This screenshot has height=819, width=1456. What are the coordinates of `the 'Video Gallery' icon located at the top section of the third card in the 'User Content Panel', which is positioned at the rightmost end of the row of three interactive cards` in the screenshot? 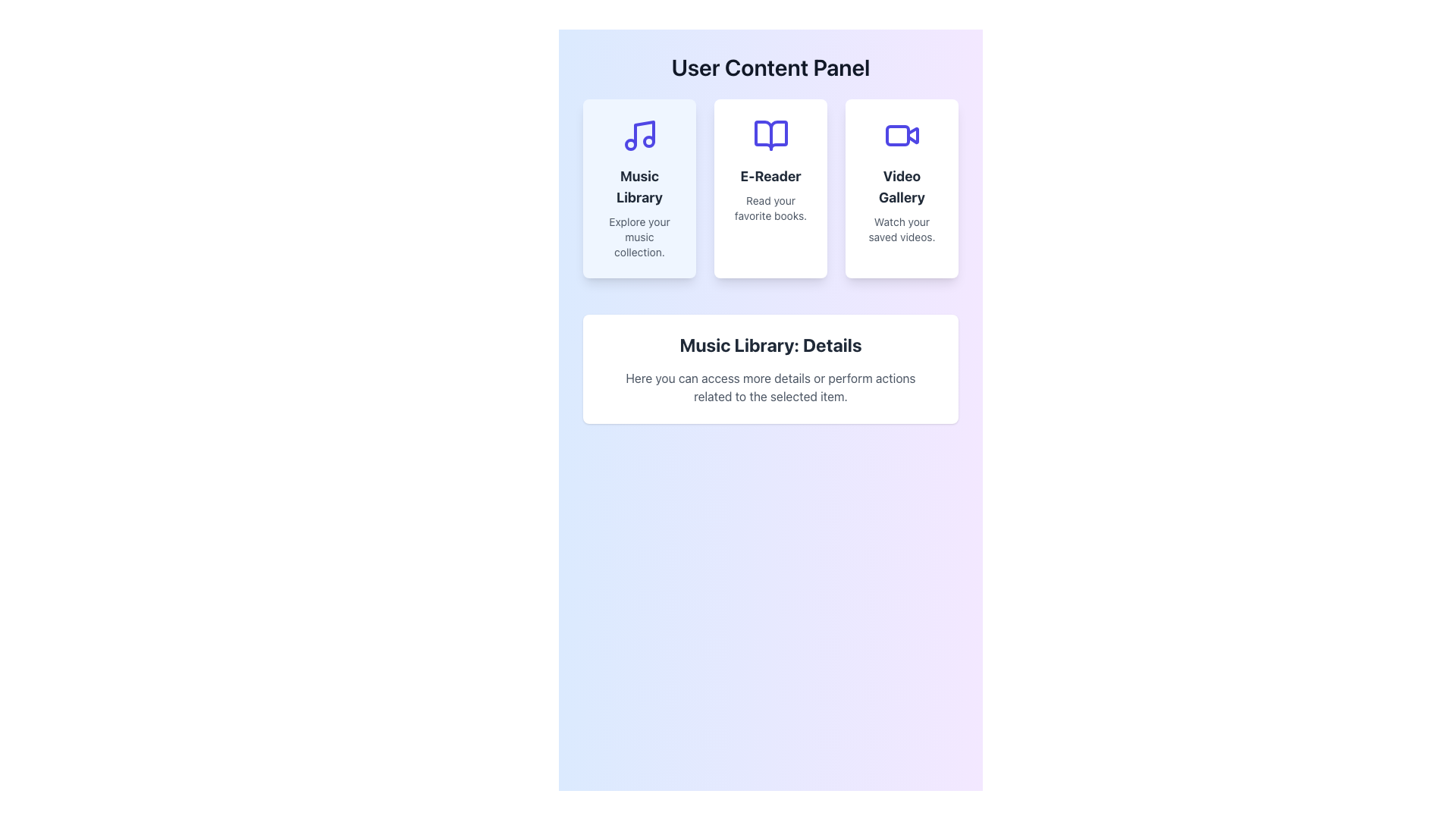 It's located at (902, 134).